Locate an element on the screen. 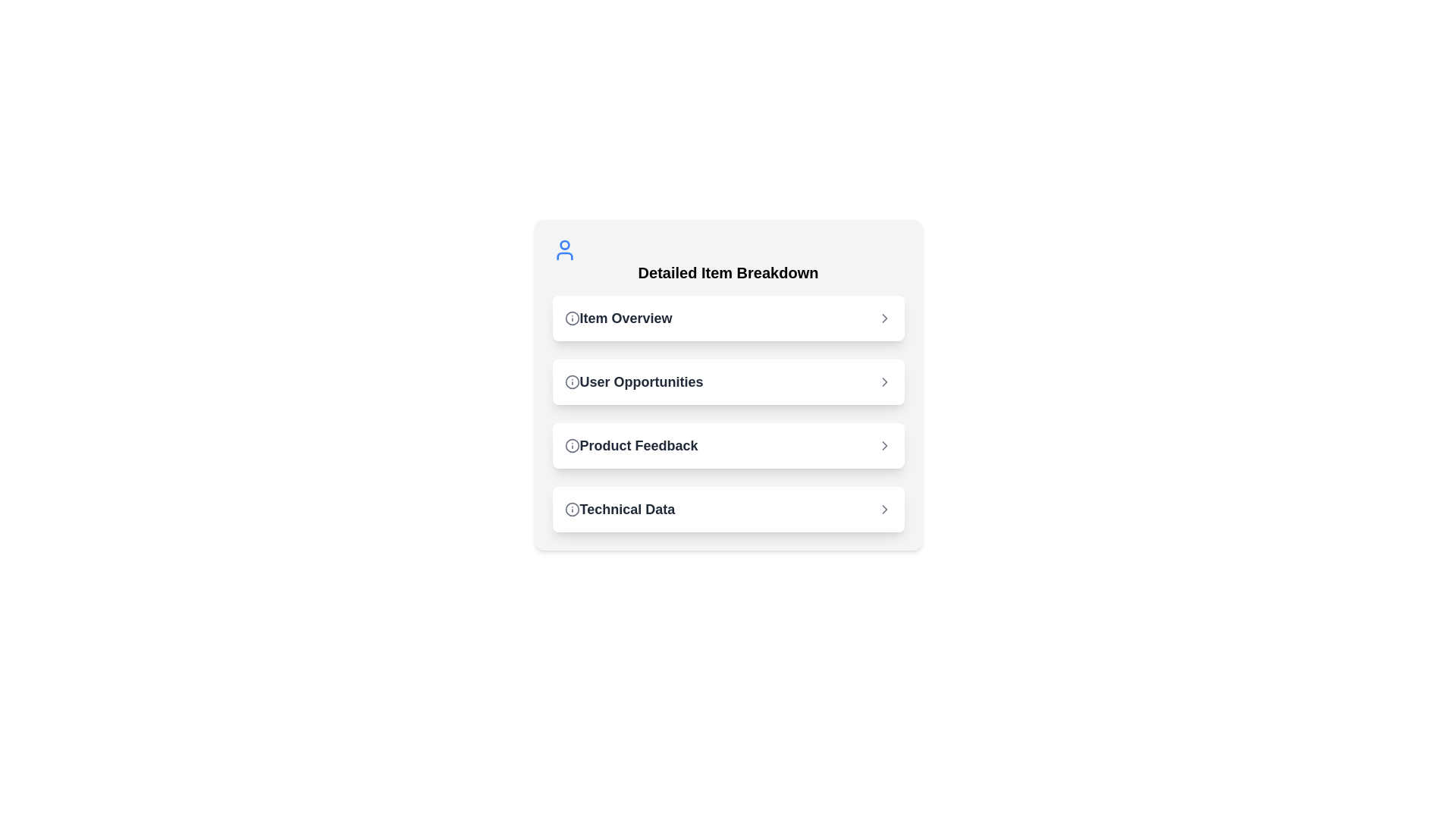  the navigation indicator icon located at the end of the 'User Opportunities' row in the vertically arranged list is located at coordinates (884, 381).